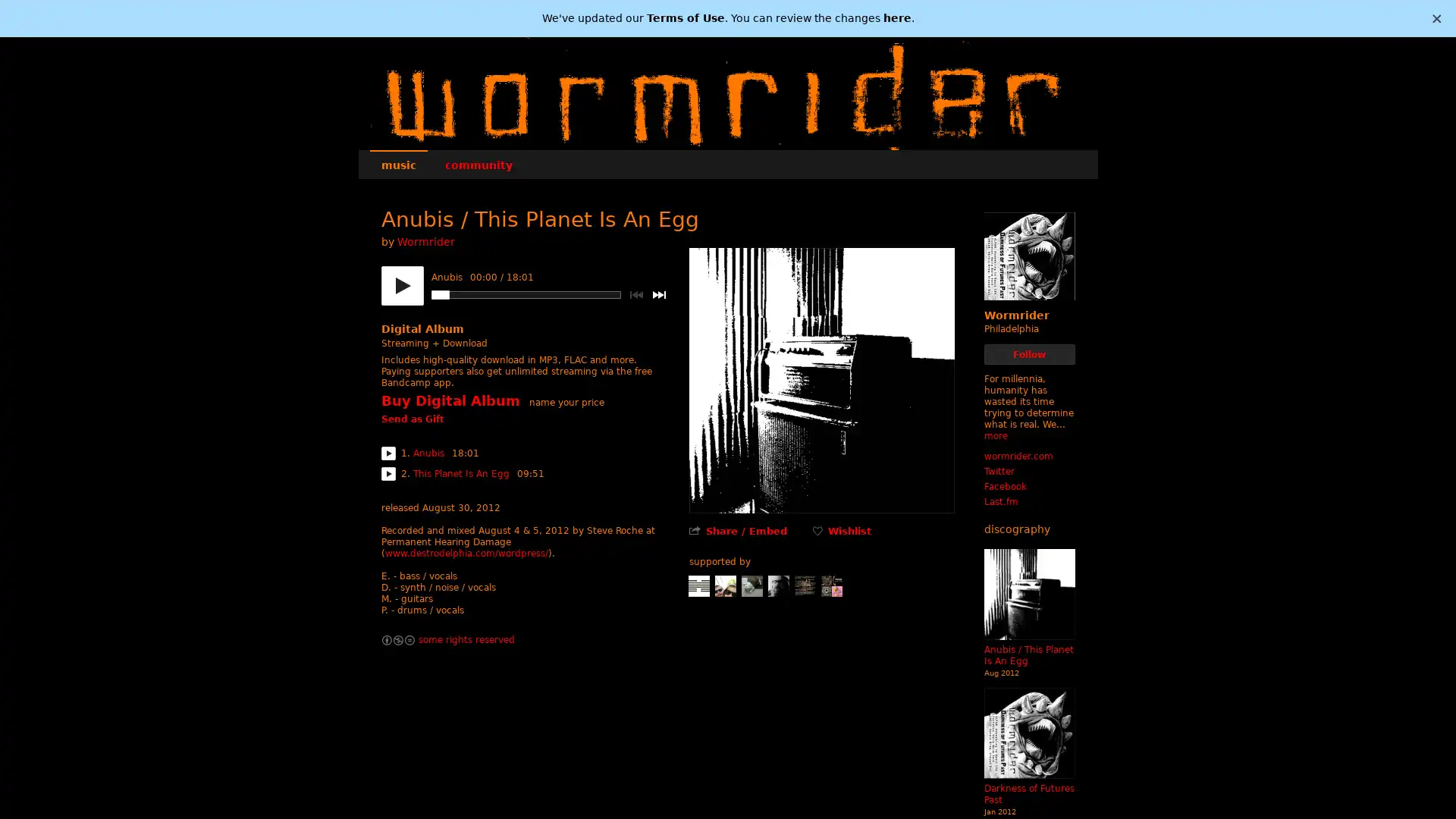 The height and width of the screenshot is (819, 1456). I want to click on Send as Gift, so click(412, 420).